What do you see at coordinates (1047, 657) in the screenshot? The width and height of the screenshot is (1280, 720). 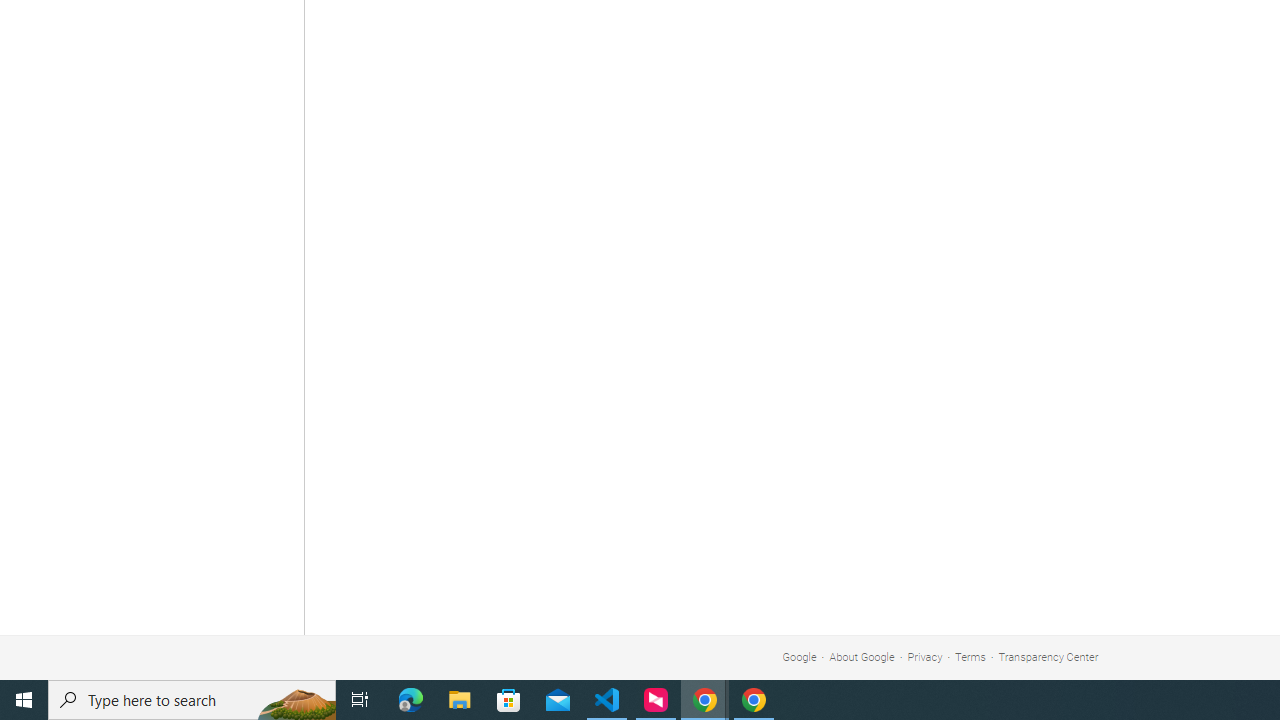 I see `'Transparency Center'` at bounding box center [1047, 657].